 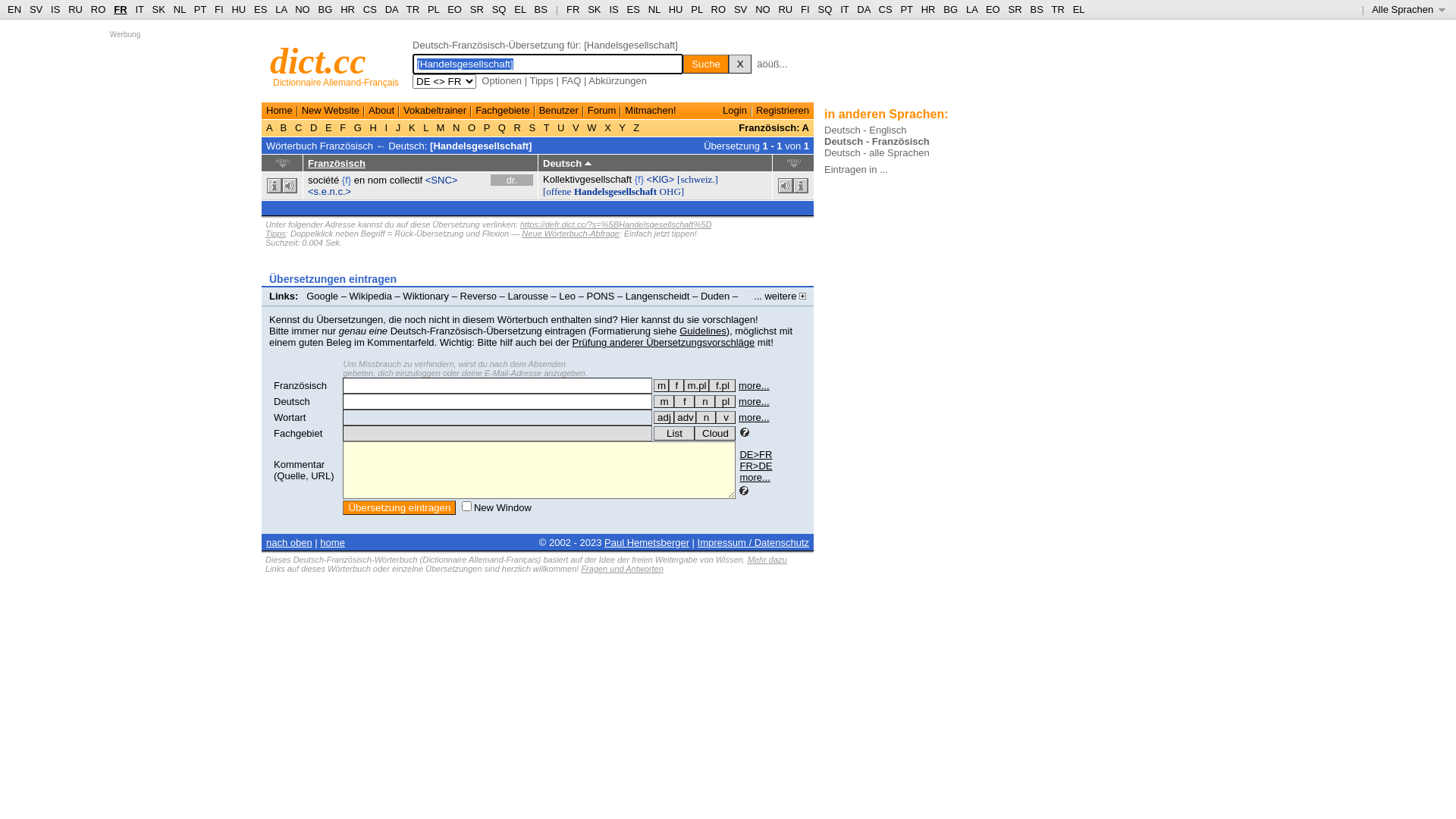 What do you see at coordinates (661, 178) in the screenshot?
I see `'<KlG>'` at bounding box center [661, 178].